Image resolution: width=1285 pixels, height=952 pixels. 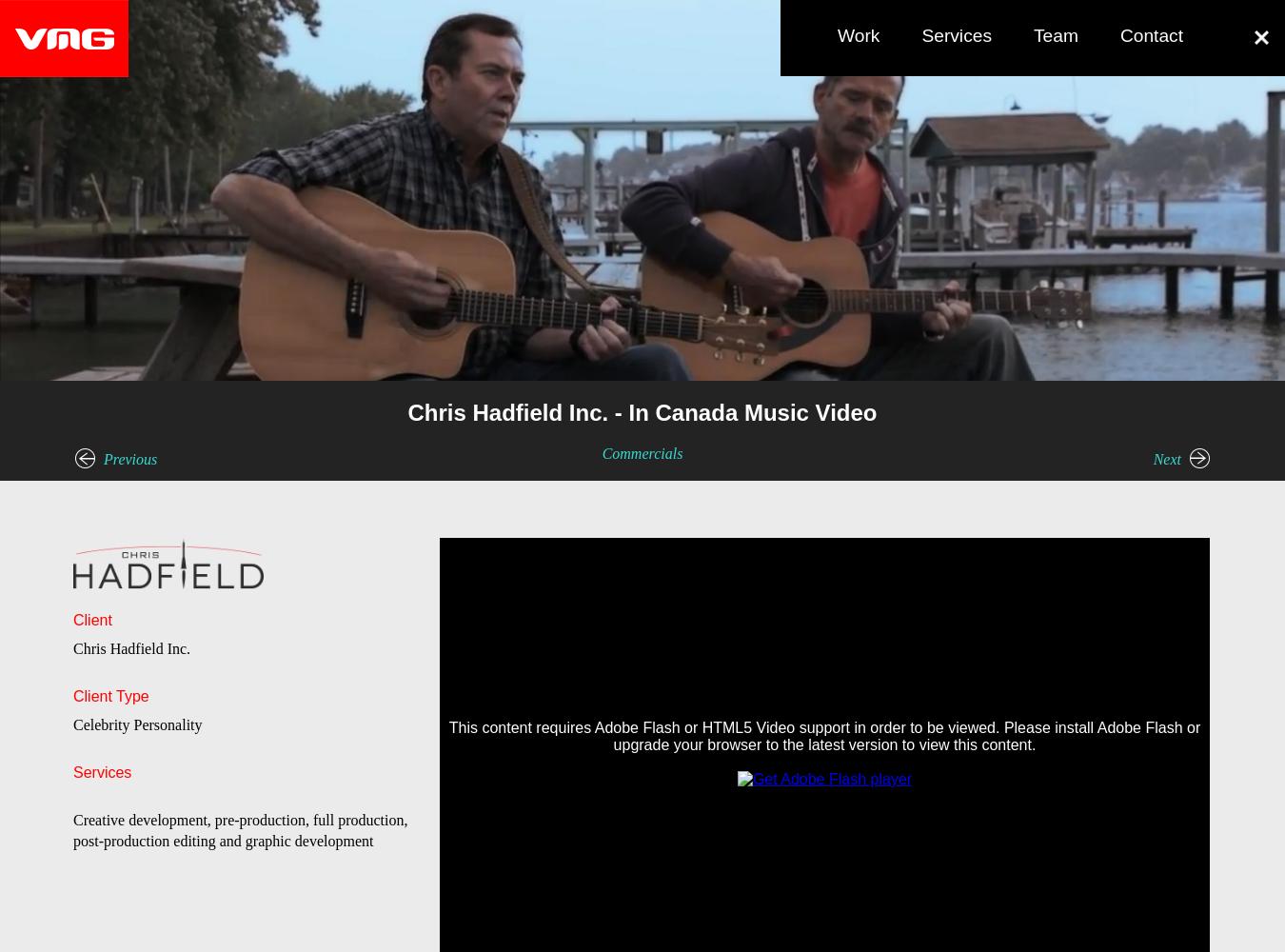 I want to click on 'Contact', so click(x=1150, y=35).